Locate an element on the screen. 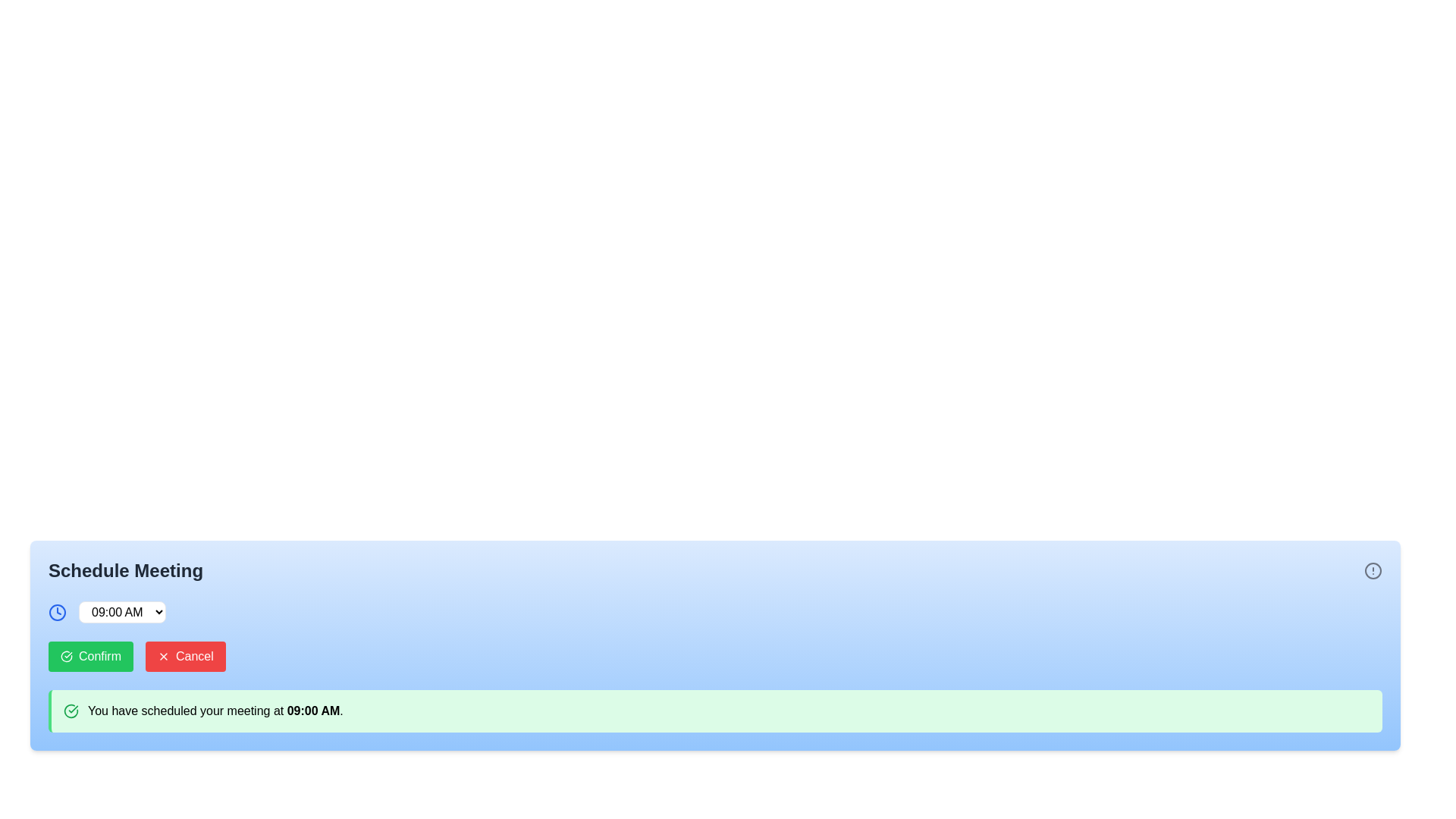 This screenshot has height=819, width=1456. the decorative icon representing the 'Cancel' action, located to the left of the 'Cancel' text label inside the red rectangular button is located at coordinates (164, 656).